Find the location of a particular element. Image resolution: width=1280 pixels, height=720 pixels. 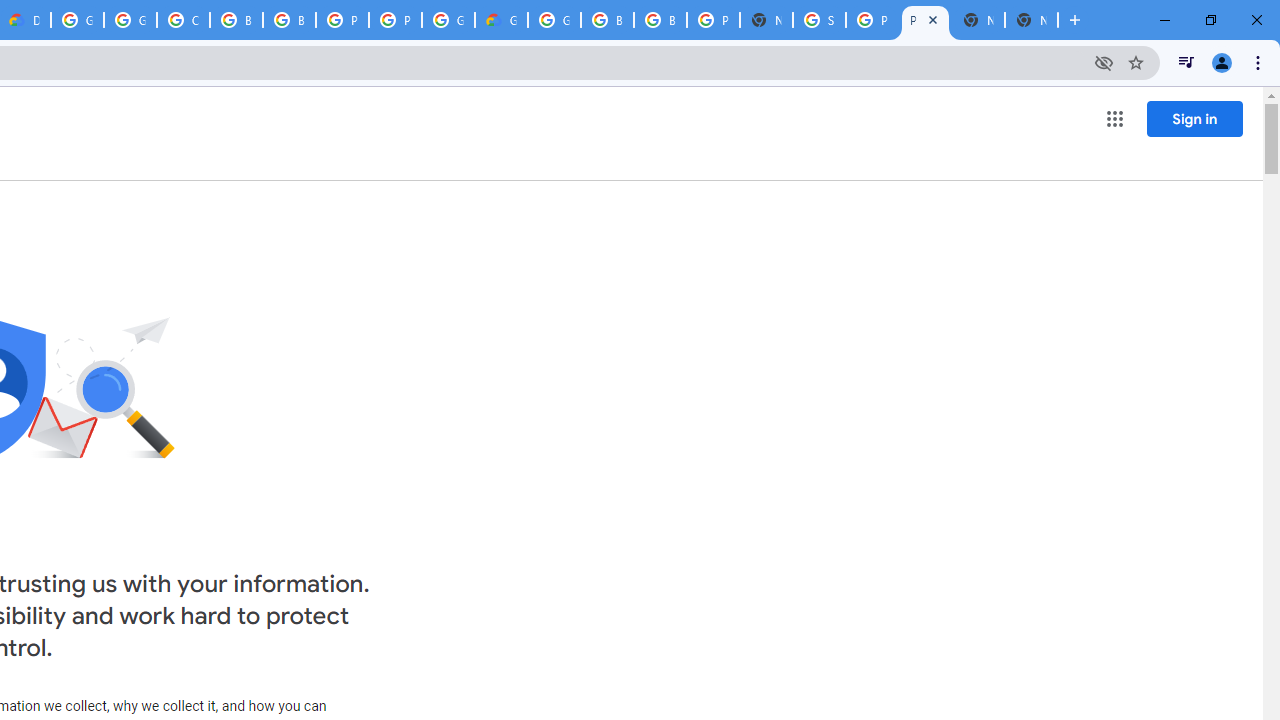

'Google Cloud Platform' is located at coordinates (447, 20).